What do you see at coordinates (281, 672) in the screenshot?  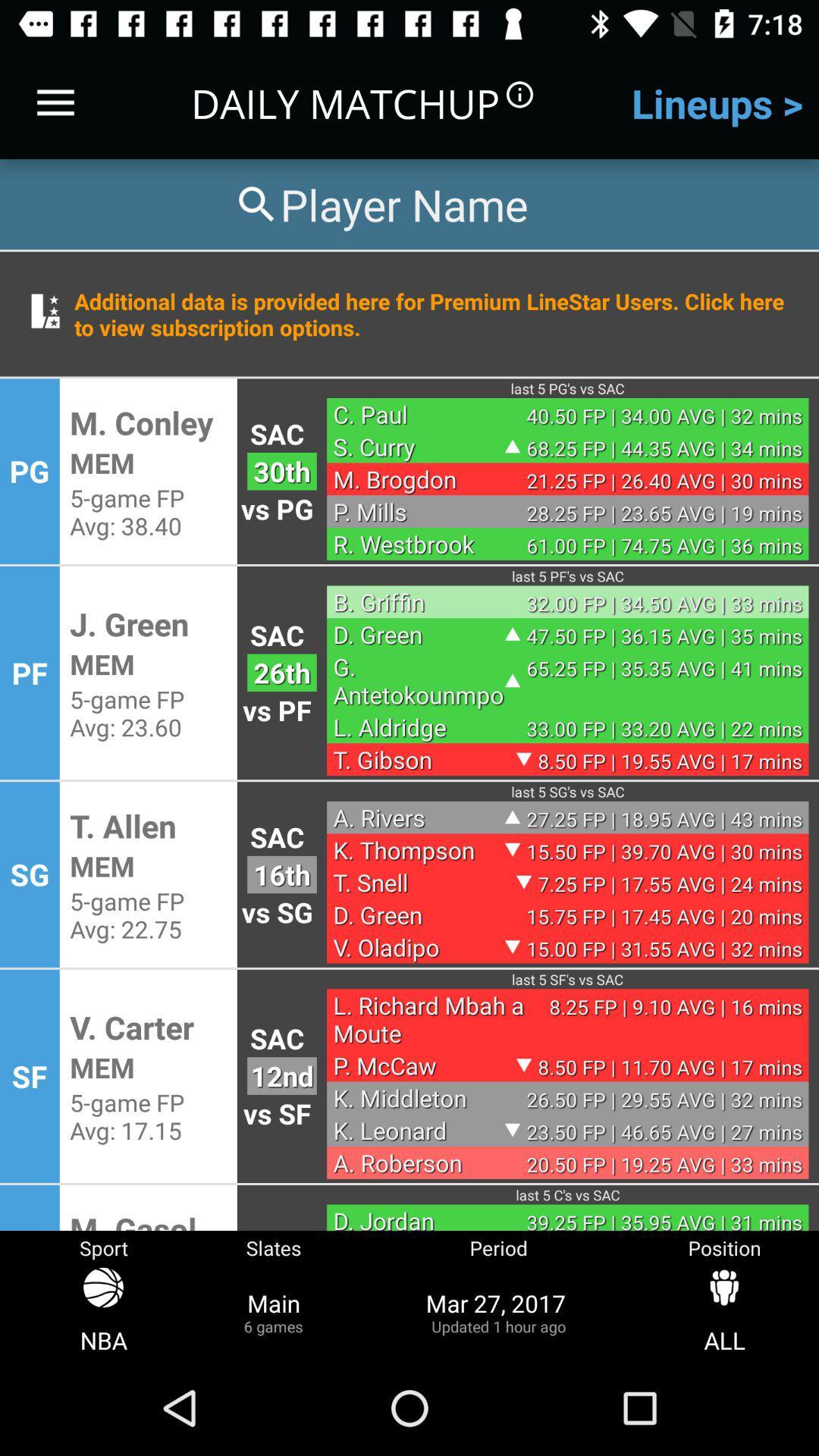 I see `the item above vs pf` at bounding box center [281, 672].